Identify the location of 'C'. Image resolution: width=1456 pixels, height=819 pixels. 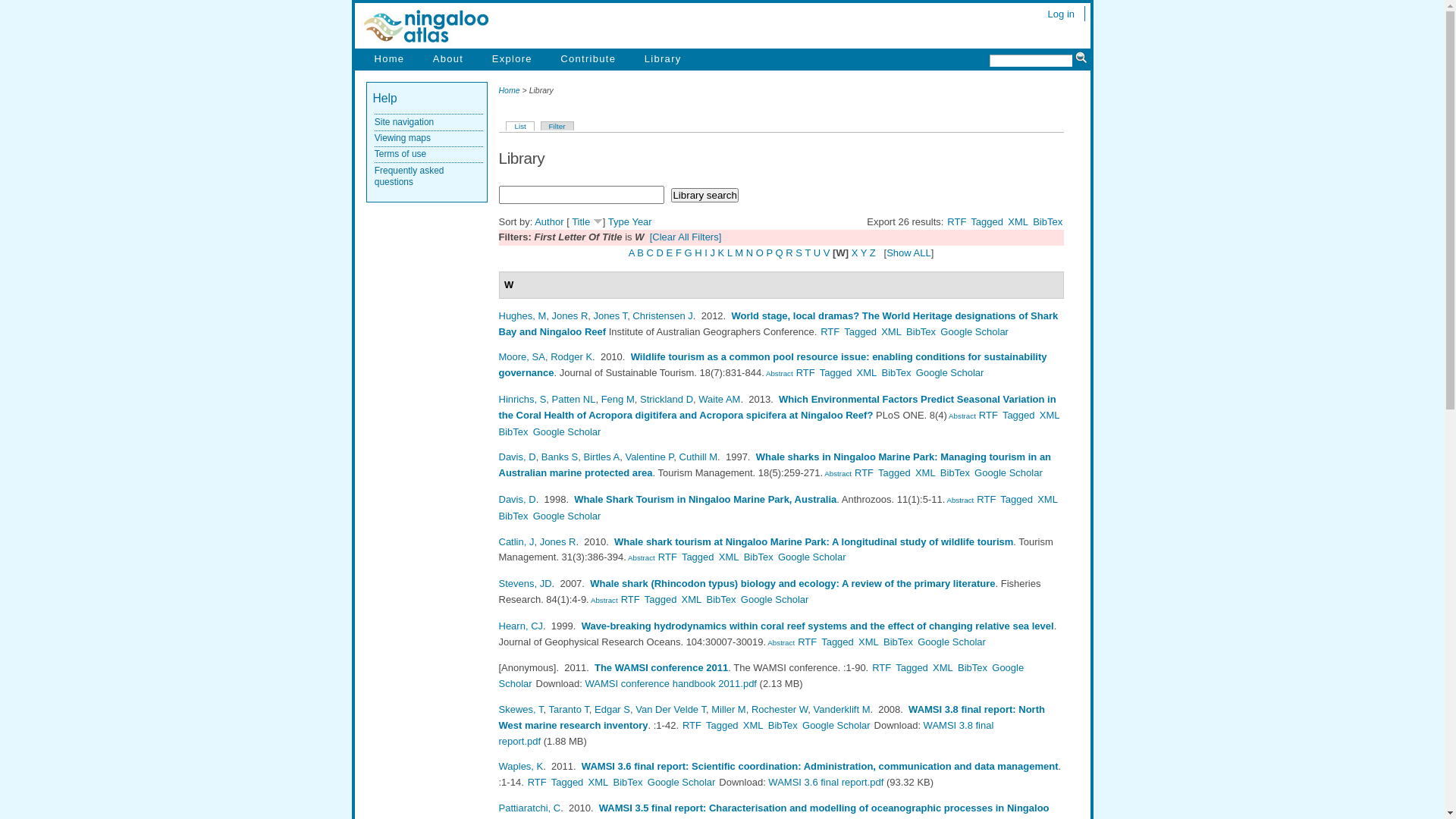
(650, 252).